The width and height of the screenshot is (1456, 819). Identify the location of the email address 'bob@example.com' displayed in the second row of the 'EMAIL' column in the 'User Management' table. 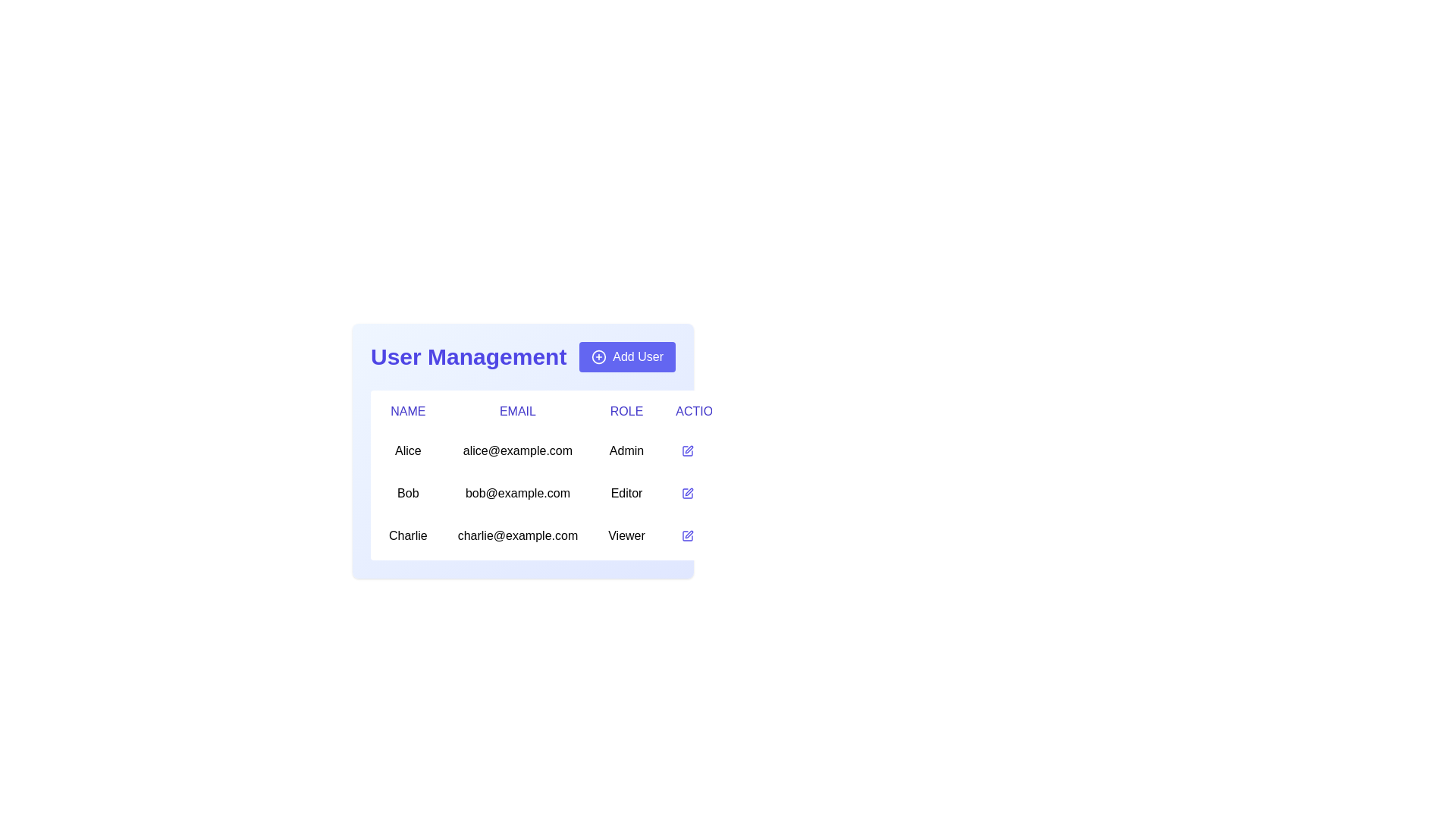
(517, 494).